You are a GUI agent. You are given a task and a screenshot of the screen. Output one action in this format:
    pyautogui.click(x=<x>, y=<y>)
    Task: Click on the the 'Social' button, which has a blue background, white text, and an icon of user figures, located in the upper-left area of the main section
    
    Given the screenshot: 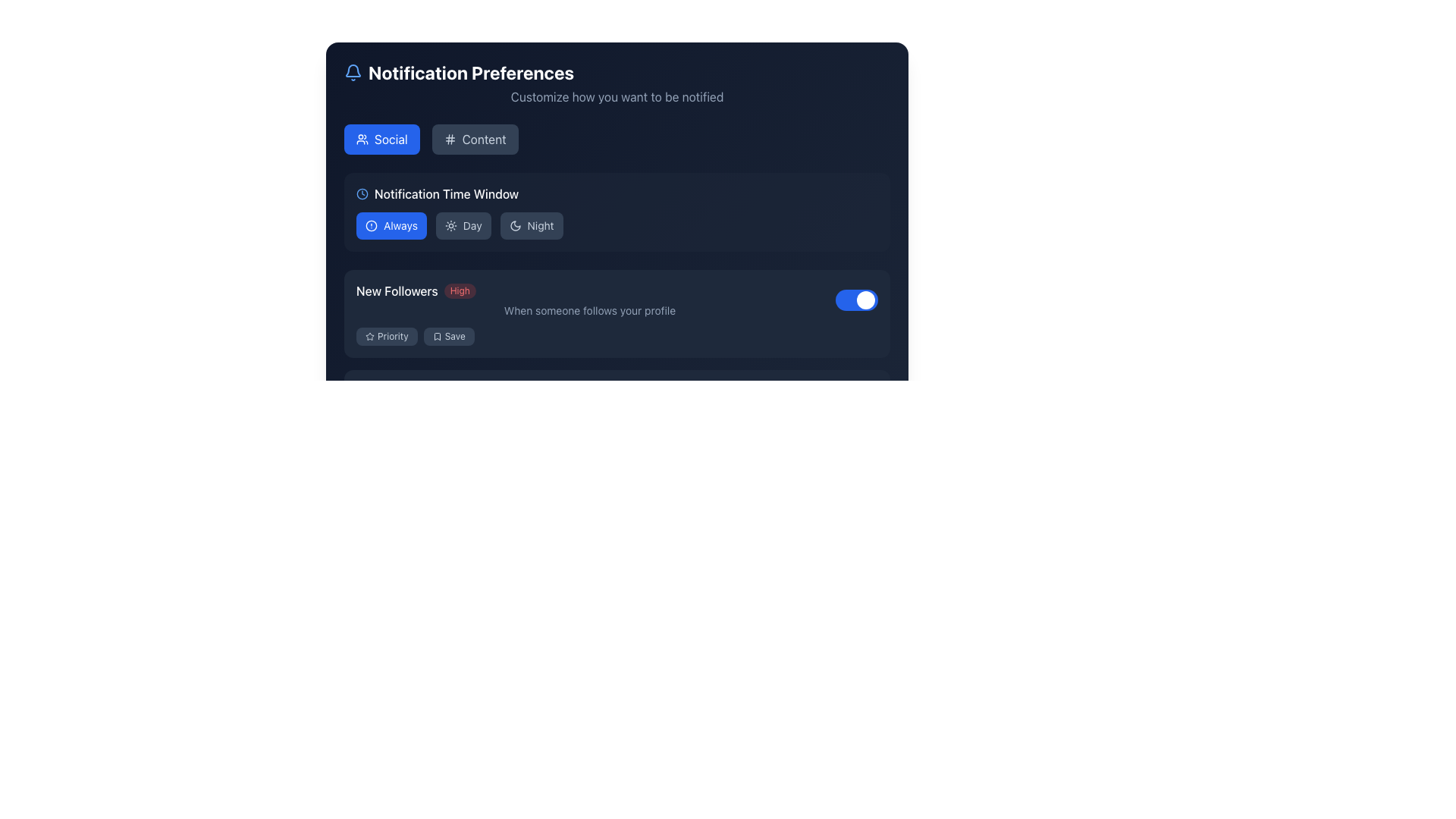 What is the action you would take?
    pyautogui.click(x=381, y=140)
    